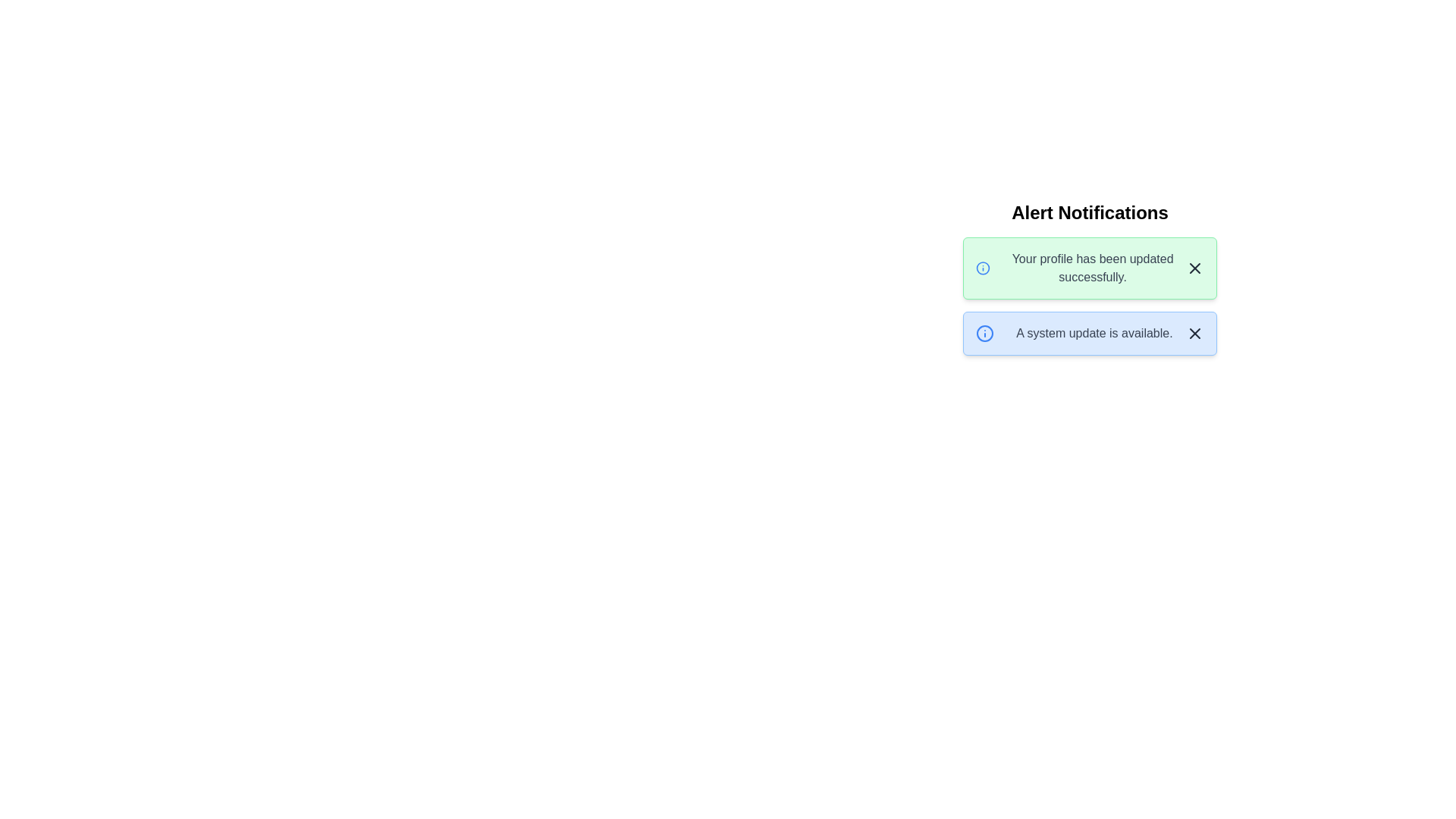 The width and height of the screenshot is (1456, 819). What do you see at coordinates (1194, 268) in the screenshot?
I see `the dismiss button located in the upper right corner of the notification box` at bounding box center [1194, 268].